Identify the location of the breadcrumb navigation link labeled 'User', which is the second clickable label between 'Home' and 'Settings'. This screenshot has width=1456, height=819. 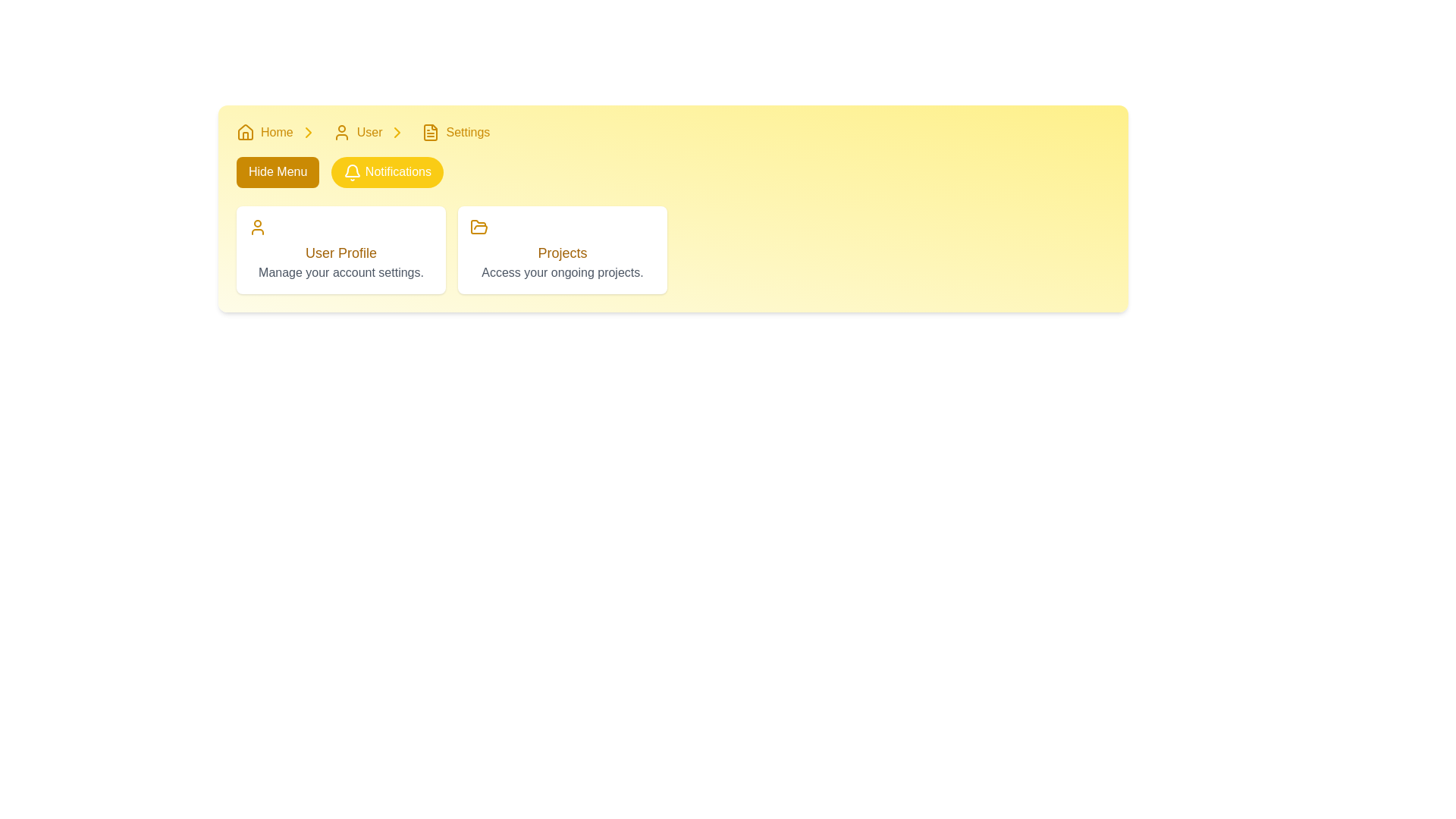
(372, 131).